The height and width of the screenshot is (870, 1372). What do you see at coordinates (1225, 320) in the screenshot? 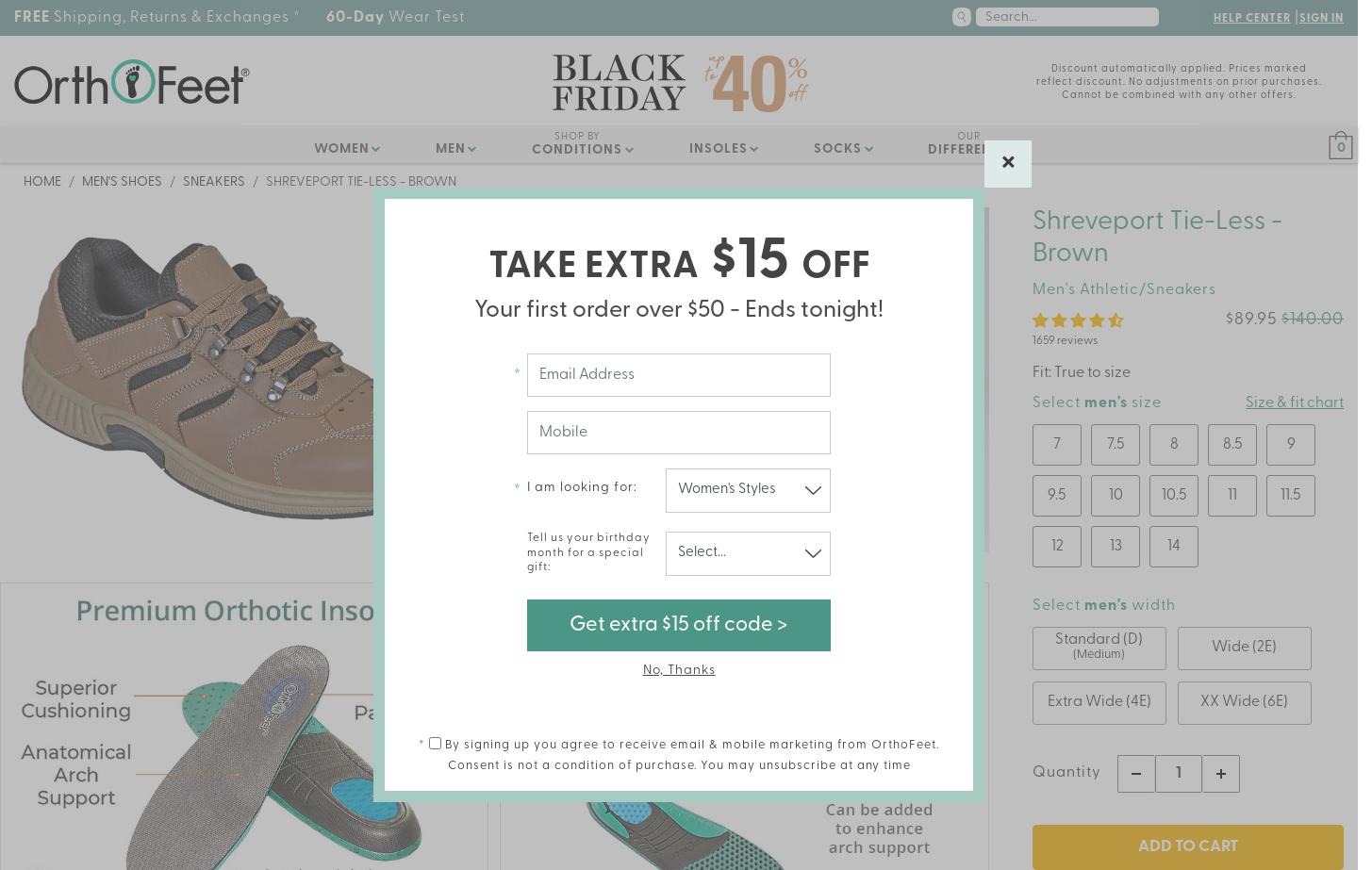
I see `'$89.95'` at bounding box center [1225, 320].